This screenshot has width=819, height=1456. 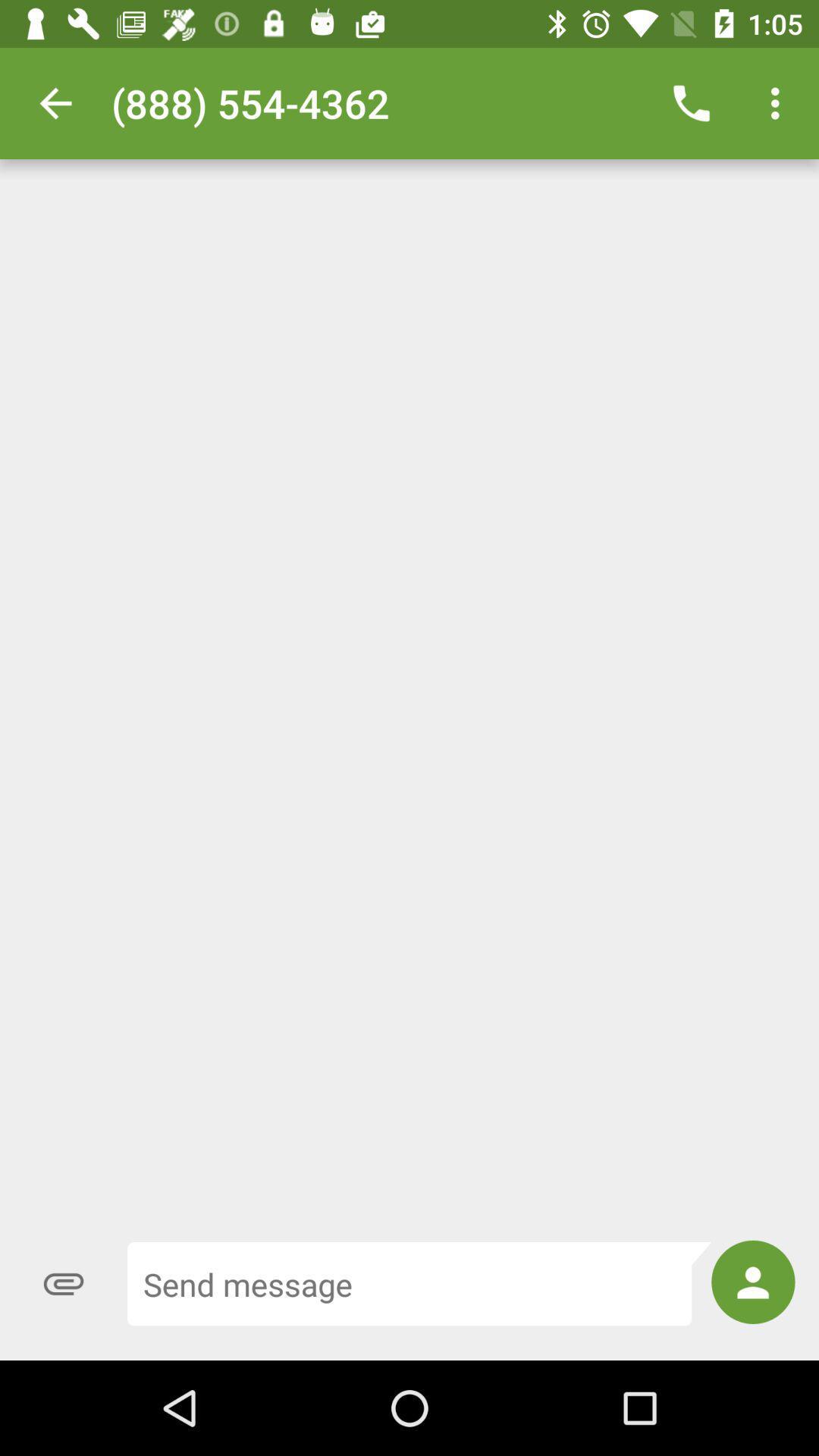 I want to click on the avatar icon, so click(x=753, y=1281).